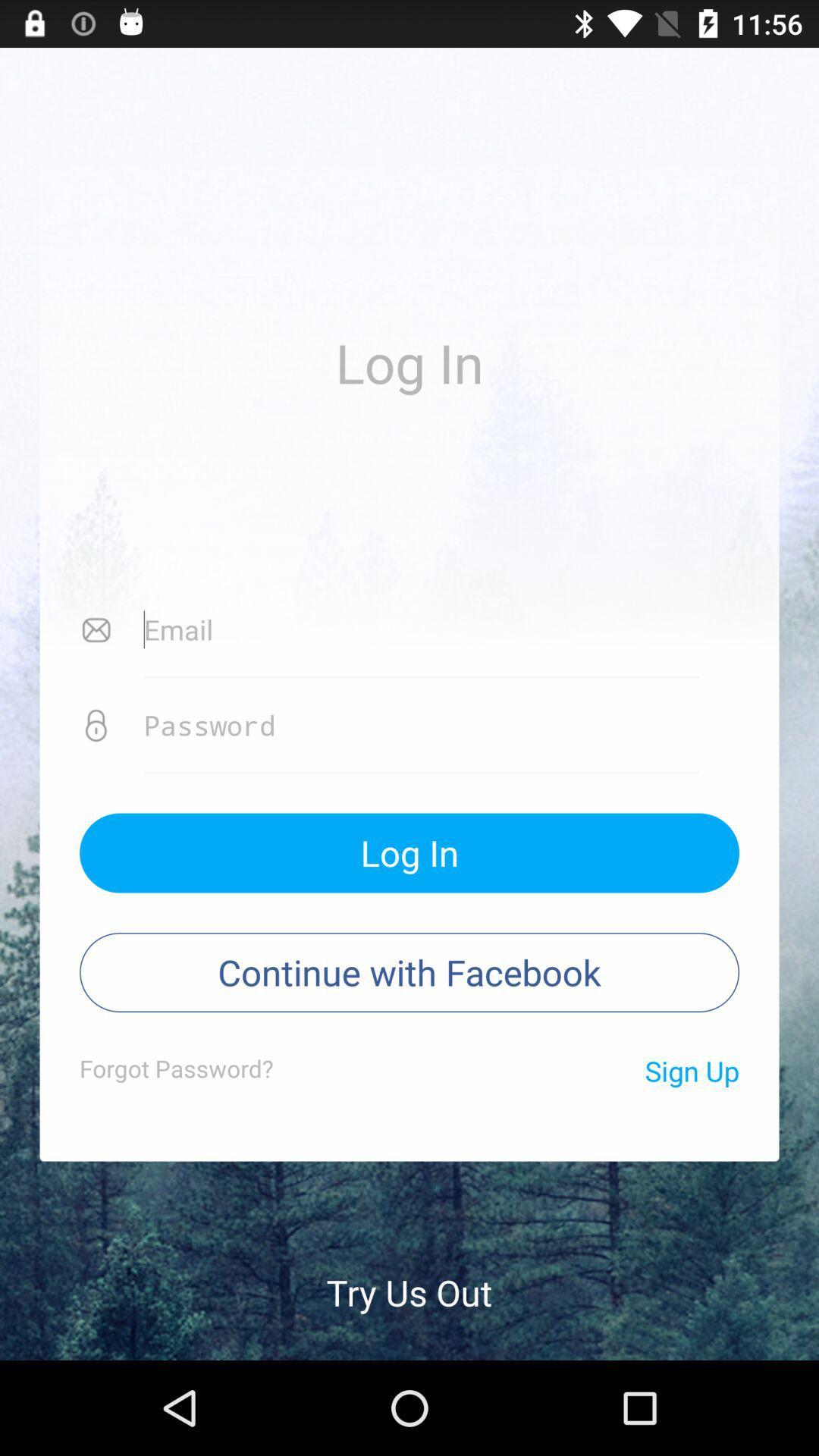 The width and height of the screenshot is (819, 1456). I want to click on email address icon, so click(422, 629).